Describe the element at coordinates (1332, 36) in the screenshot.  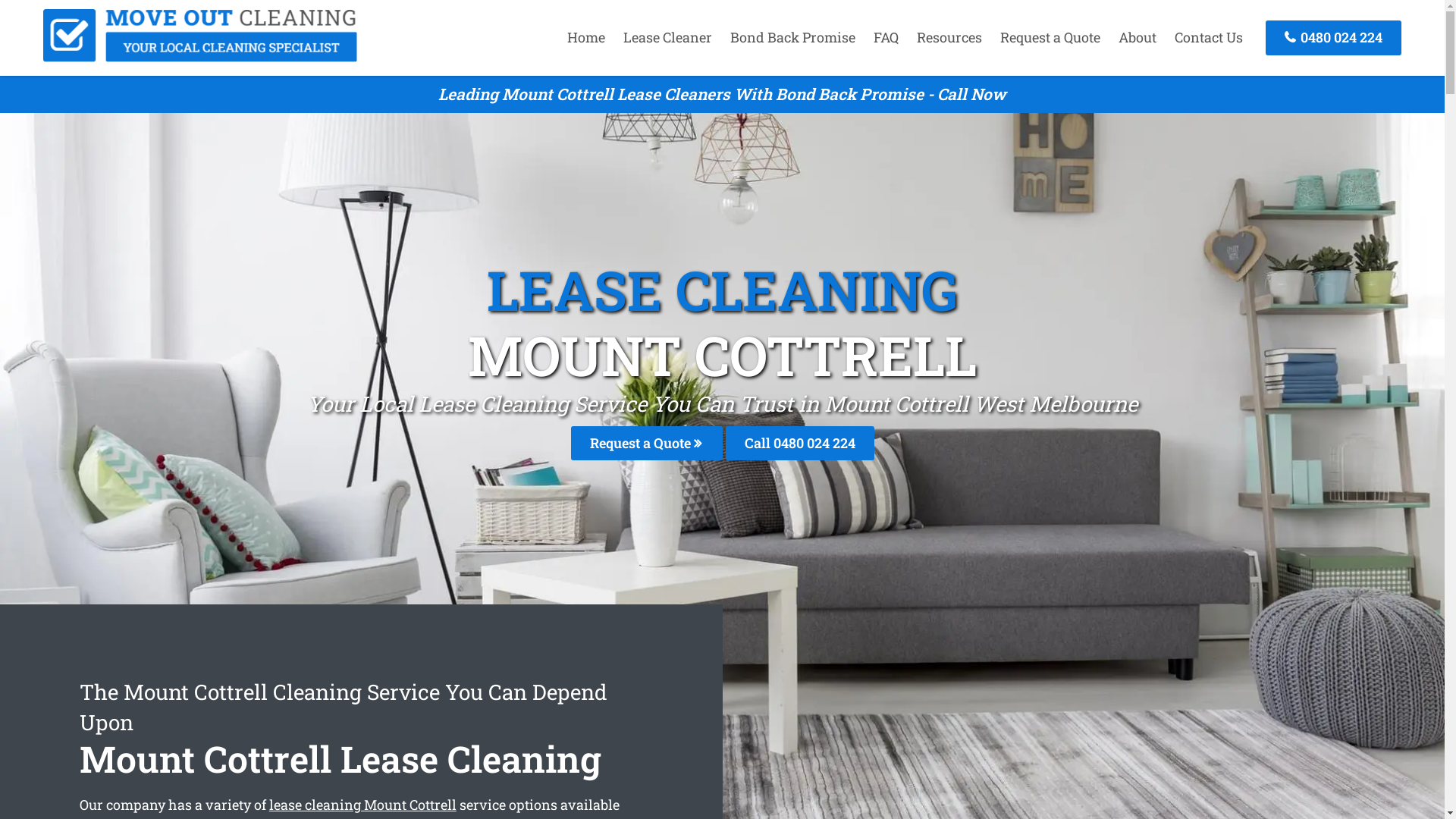
I see `'0480 024 224'` at that location.